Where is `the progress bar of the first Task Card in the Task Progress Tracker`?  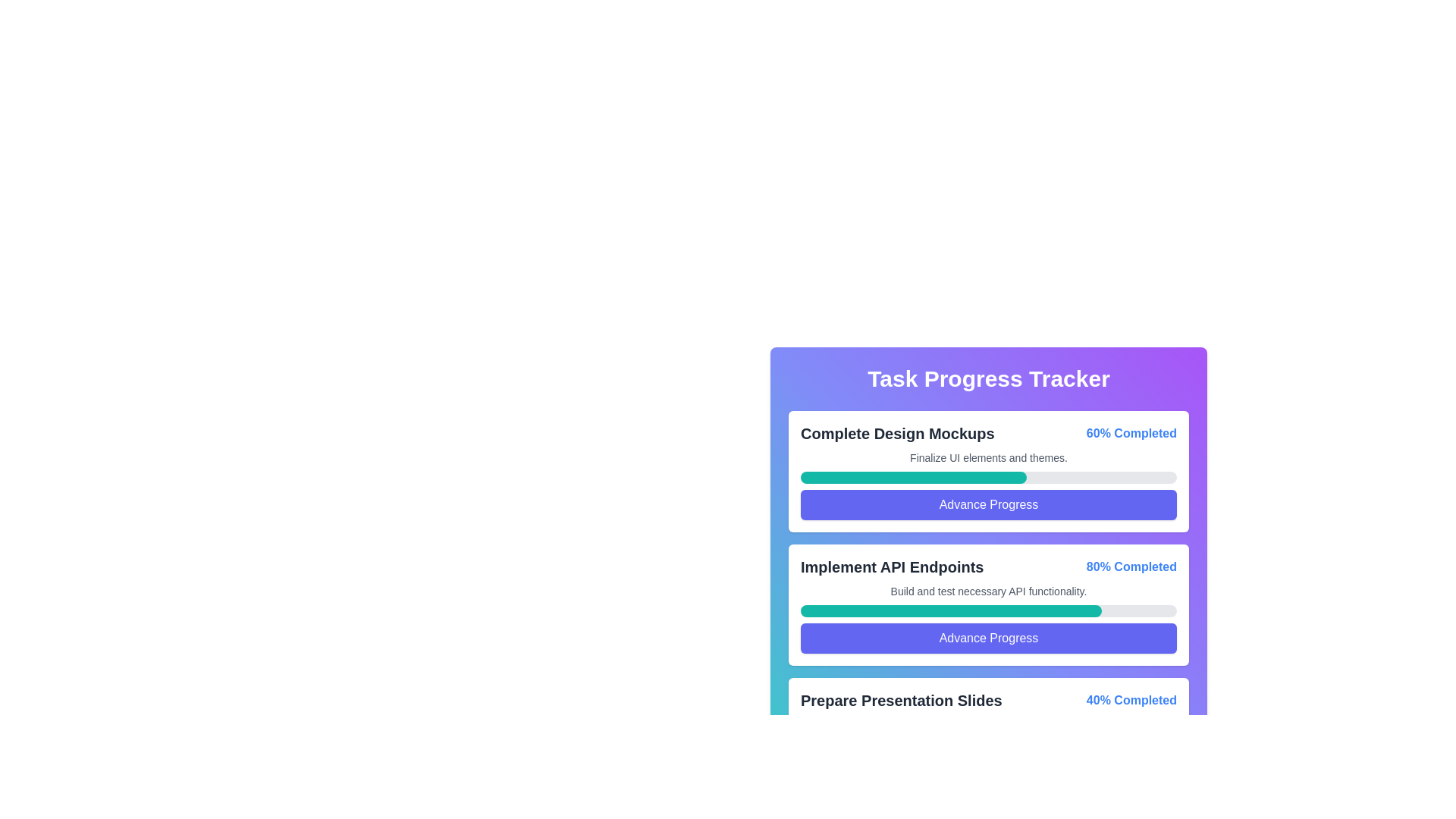 the progress bar of the first Task Card in the Task Progress Tracker is located at coordinates (989, 470).